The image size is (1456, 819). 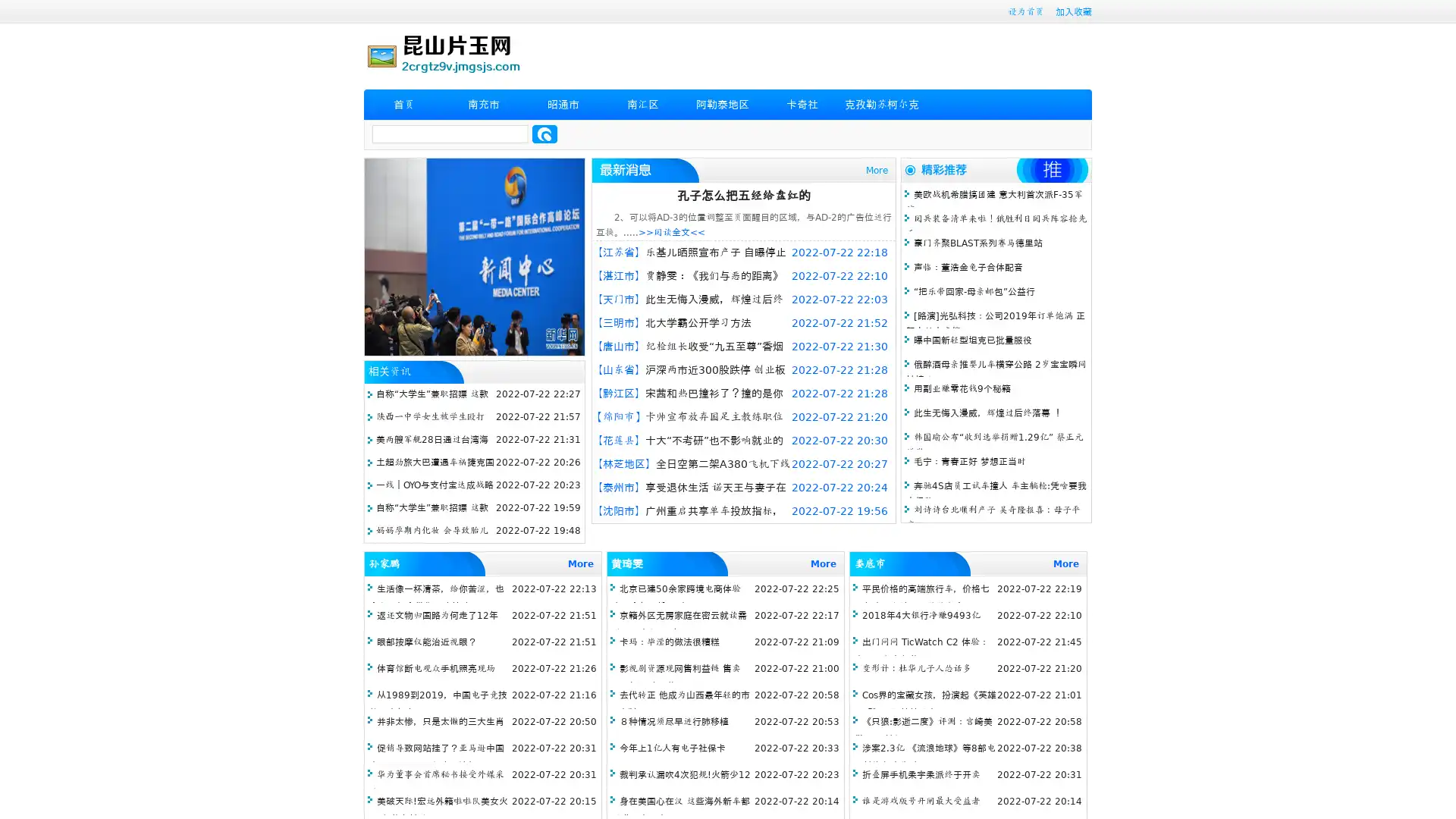 What do you see at coordinates (544, 133) in the screenshot?
I see `Search` at bounding box center [544, 133].